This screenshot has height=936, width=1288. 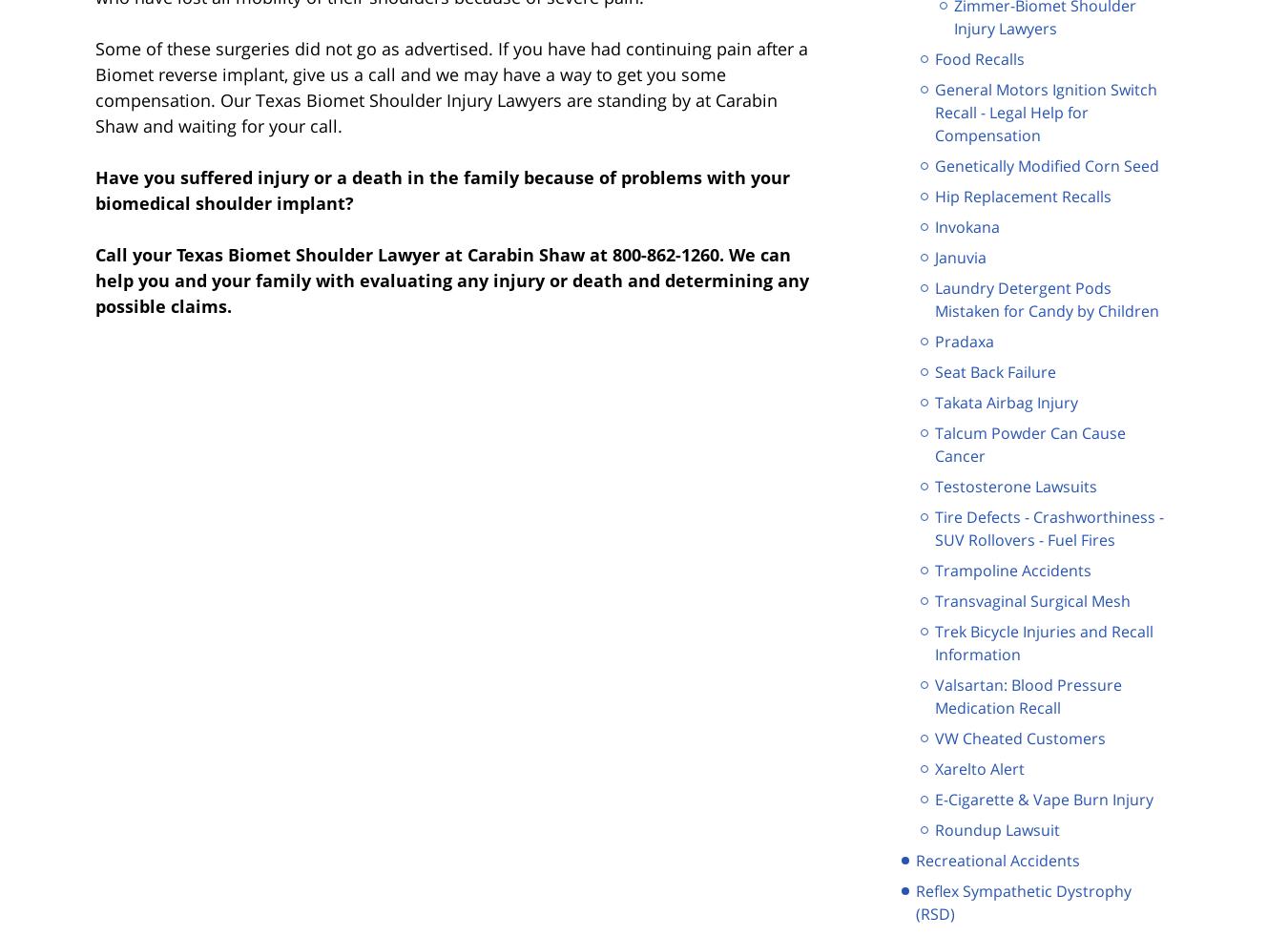 I want to click on 'E-Cigarette & Vape Burn Injury', so click(x=1044, y=798).